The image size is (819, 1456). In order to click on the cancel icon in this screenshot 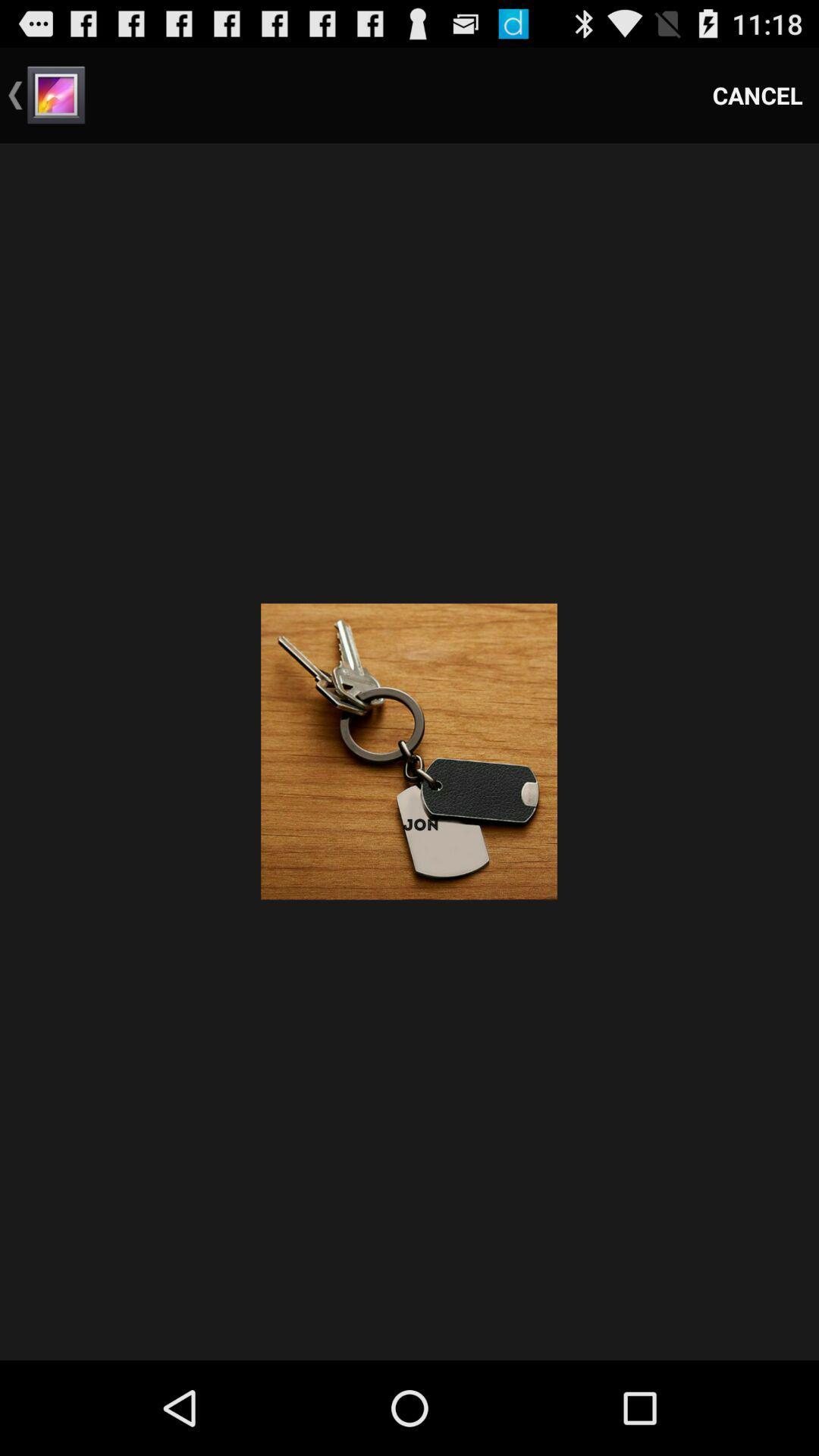, I will do `click(758, 94)`.